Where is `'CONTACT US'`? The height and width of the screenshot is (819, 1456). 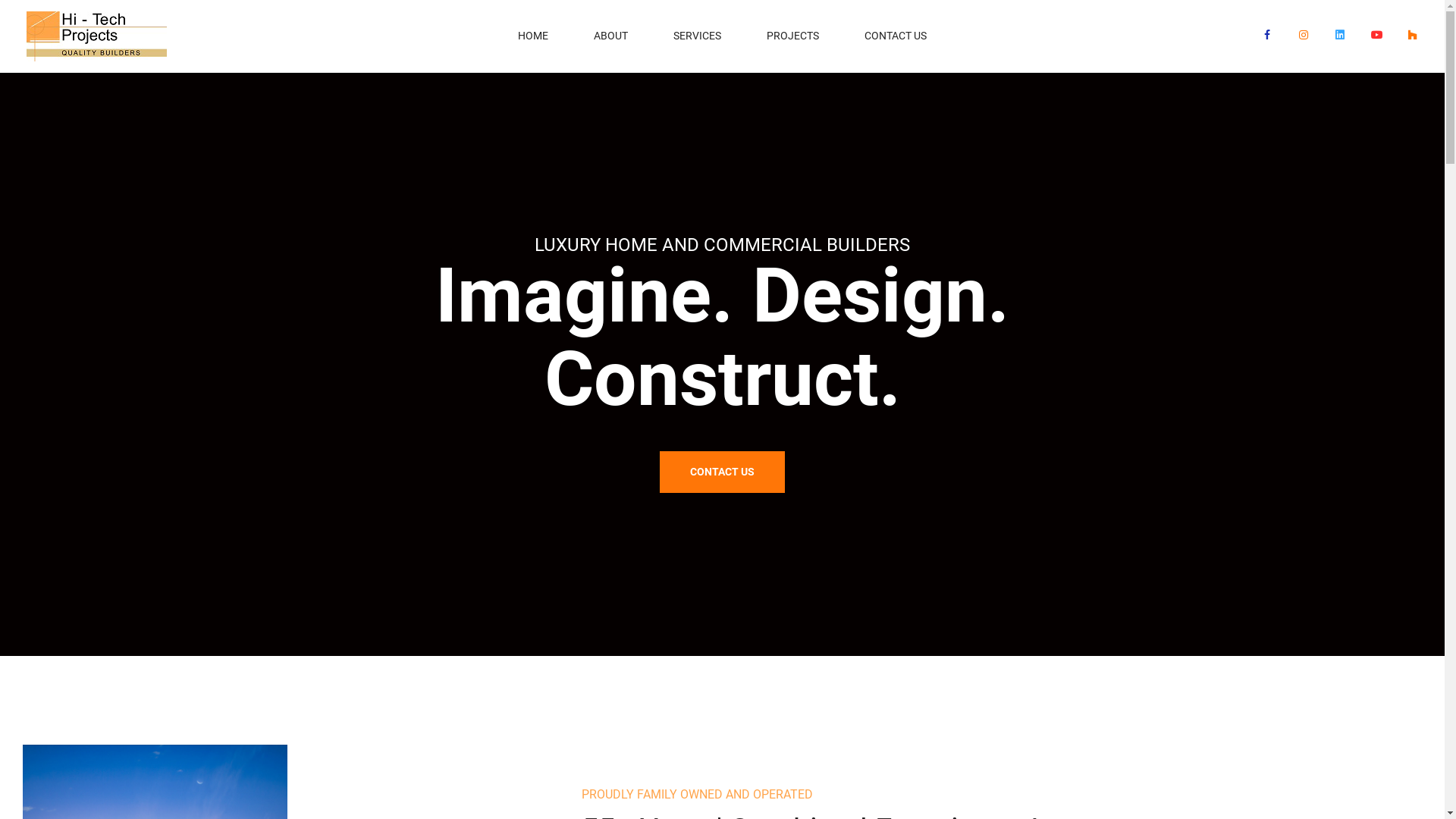 'CONTACT US' is located at coordinates (895, 35).